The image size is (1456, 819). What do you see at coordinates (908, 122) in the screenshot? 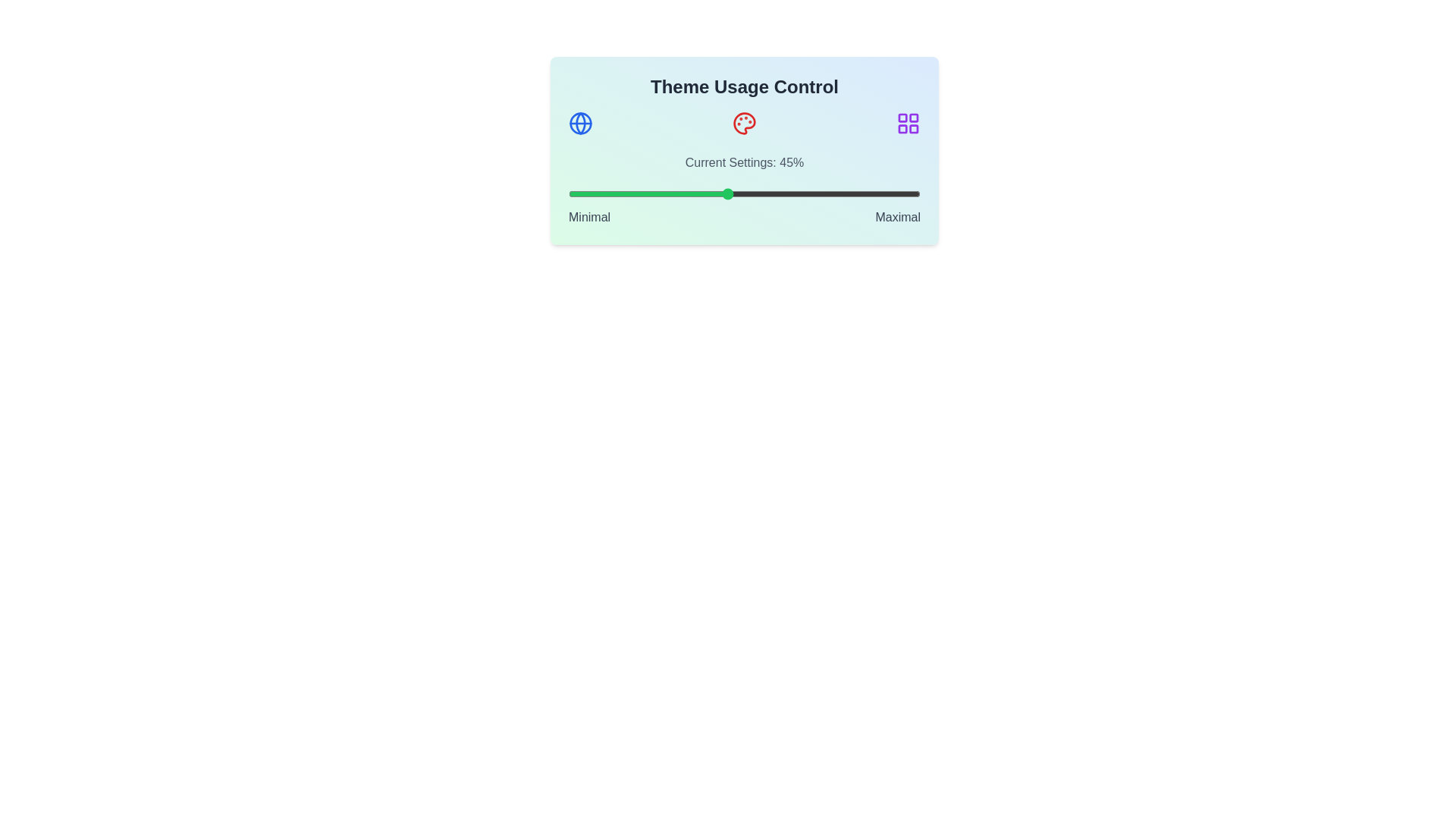
I see `the Layout Grid icon` at bounding box center [908, 122].